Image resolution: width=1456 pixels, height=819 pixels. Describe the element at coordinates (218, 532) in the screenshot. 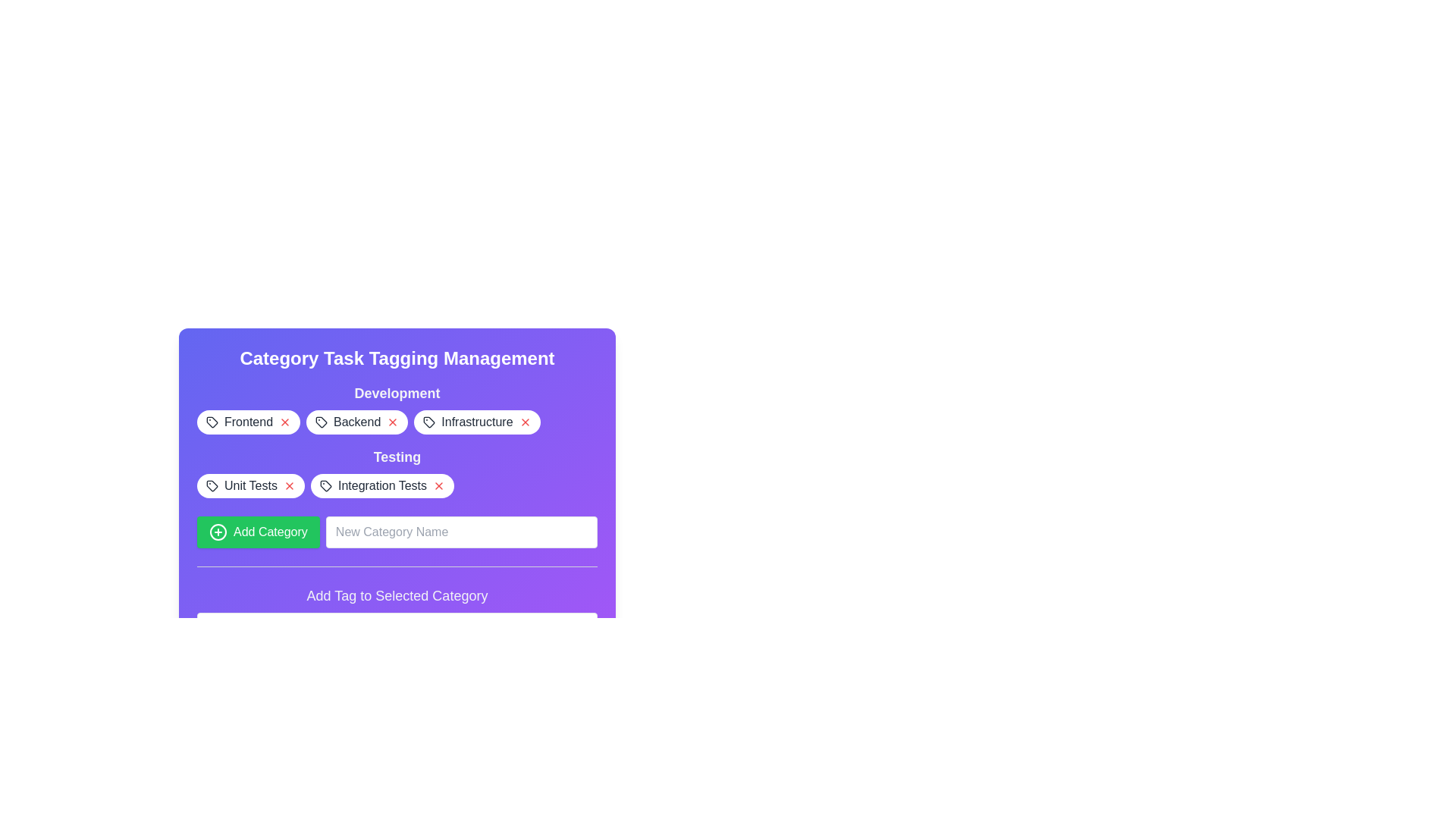

I see `the SVG circle element located in the center-left of the green 'Add Category' button` at that location.